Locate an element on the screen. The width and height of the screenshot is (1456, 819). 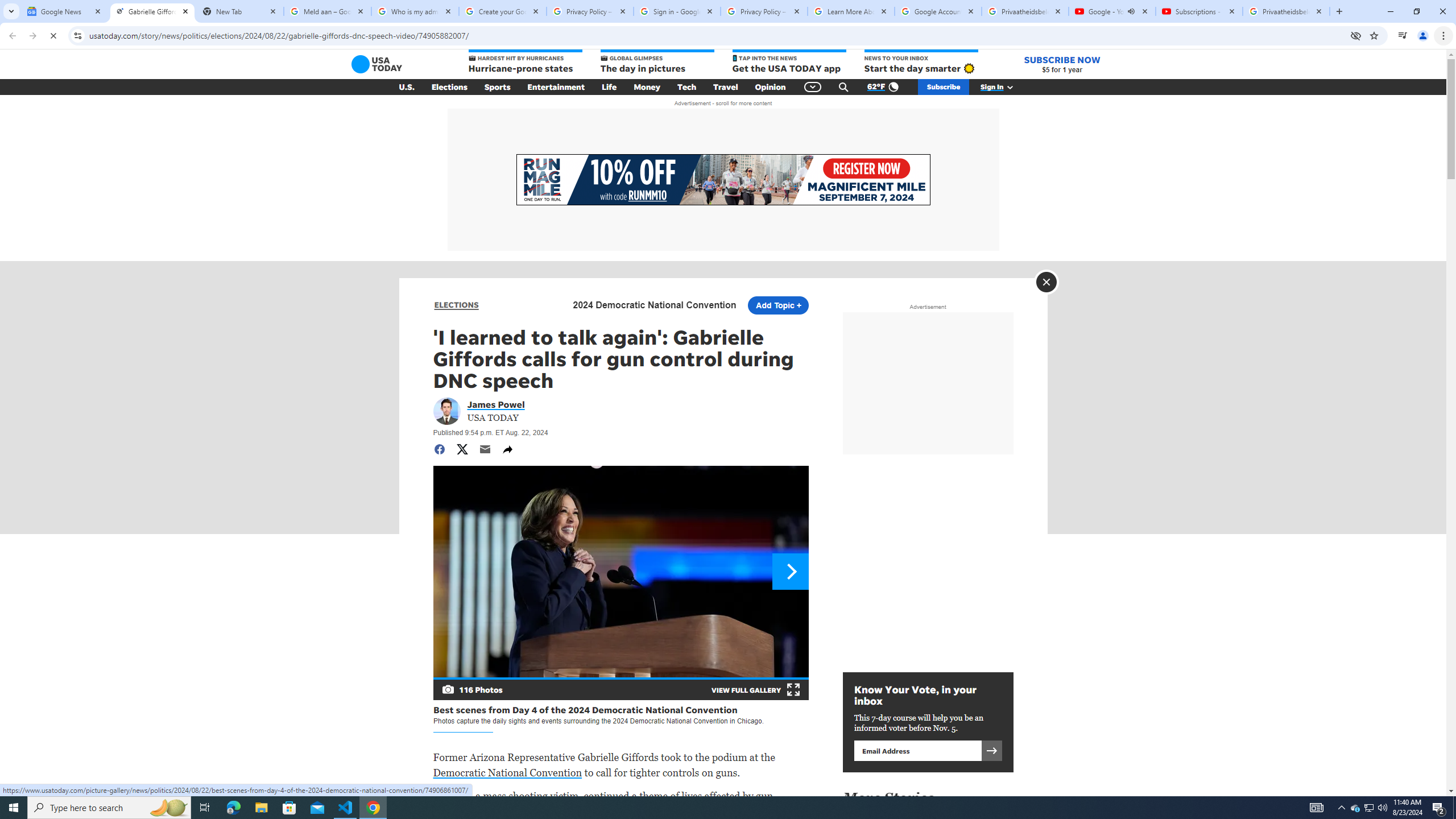
'Subscriptions - YouTube' is located at coordinates (1198, 11).